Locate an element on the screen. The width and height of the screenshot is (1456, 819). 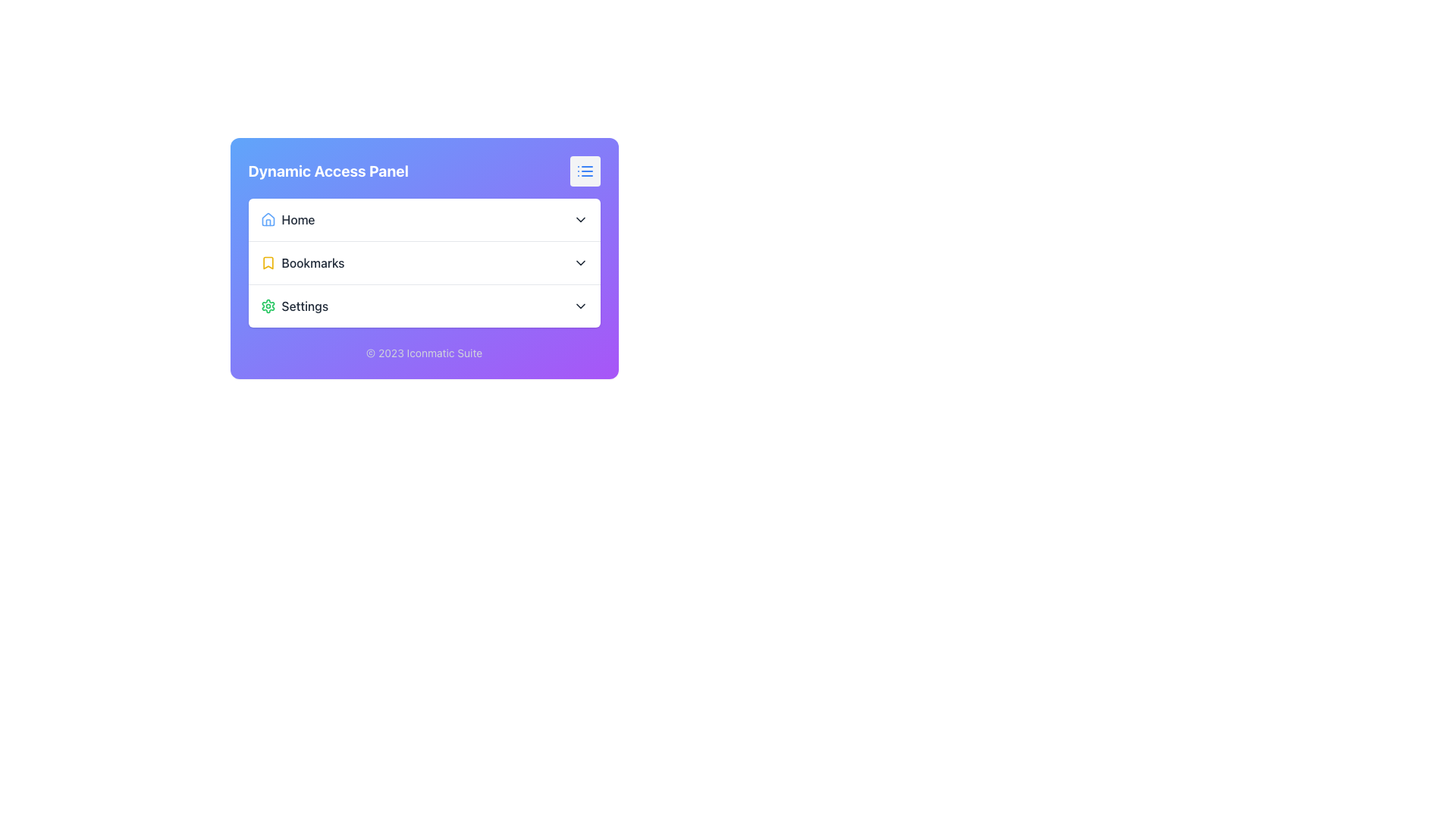
the stylized house icon, which features a triangular roof and a square base, located to the left of the 'Home' text in the primary menu list is located at coordinates (268, 219).